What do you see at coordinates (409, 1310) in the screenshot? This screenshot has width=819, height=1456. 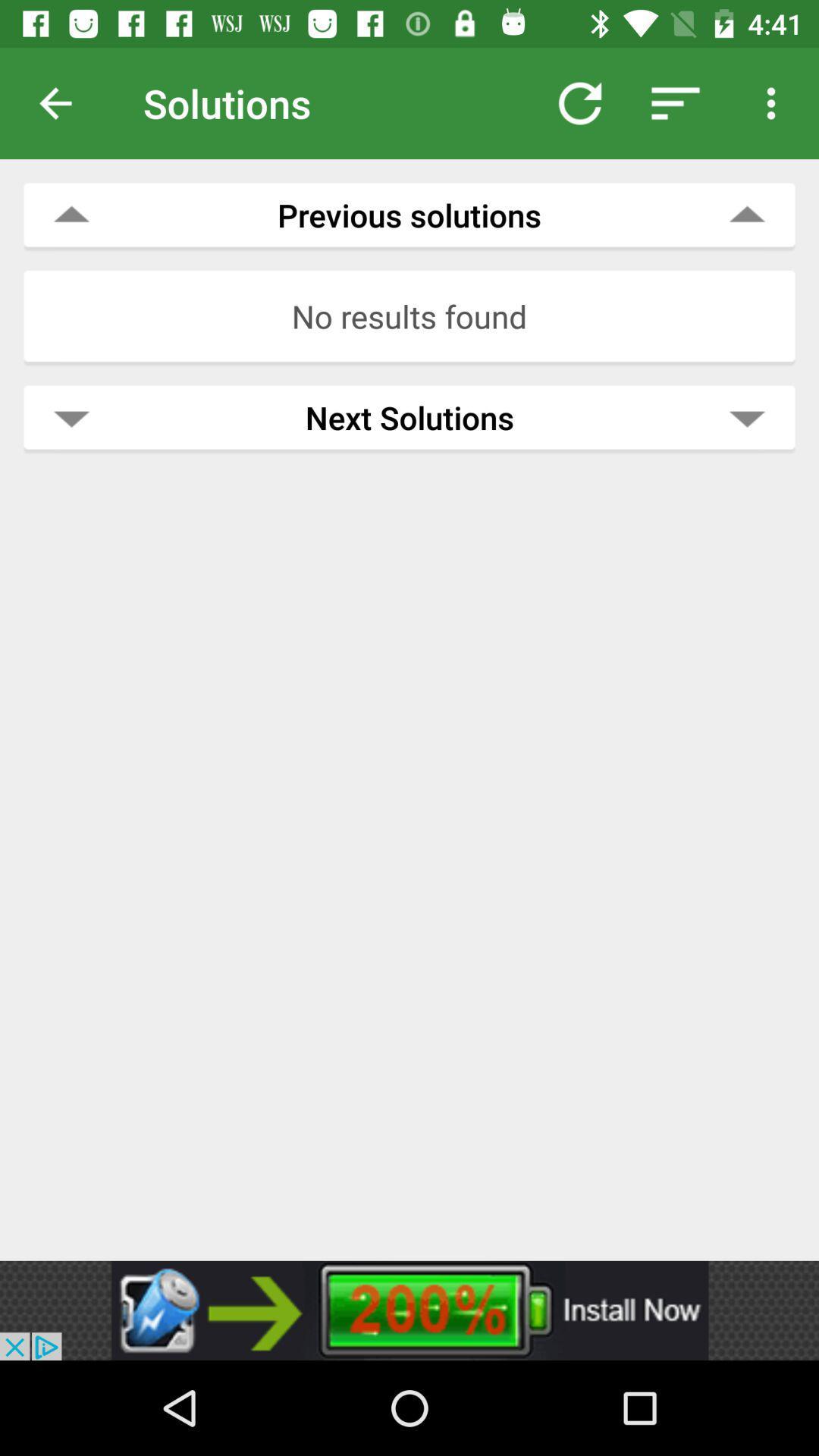 I see `banner advertisement` at bounding box center [409, 1310].